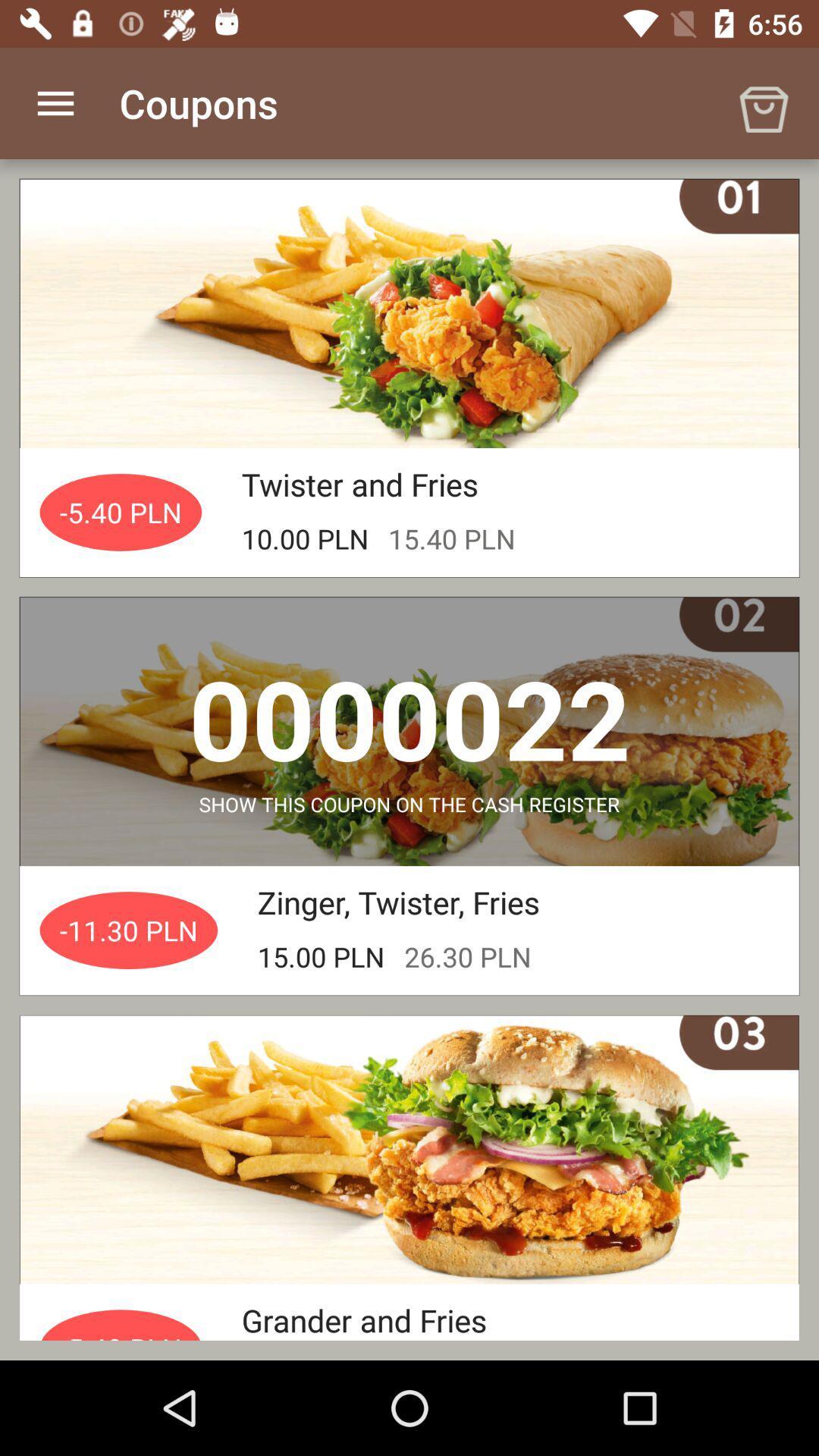 This screenshot has width=819, height=1456. What do you see at coordinates (55, 102) in the screenshot?
I see `app next to the coupons icon` at bounding box center [55, 102].